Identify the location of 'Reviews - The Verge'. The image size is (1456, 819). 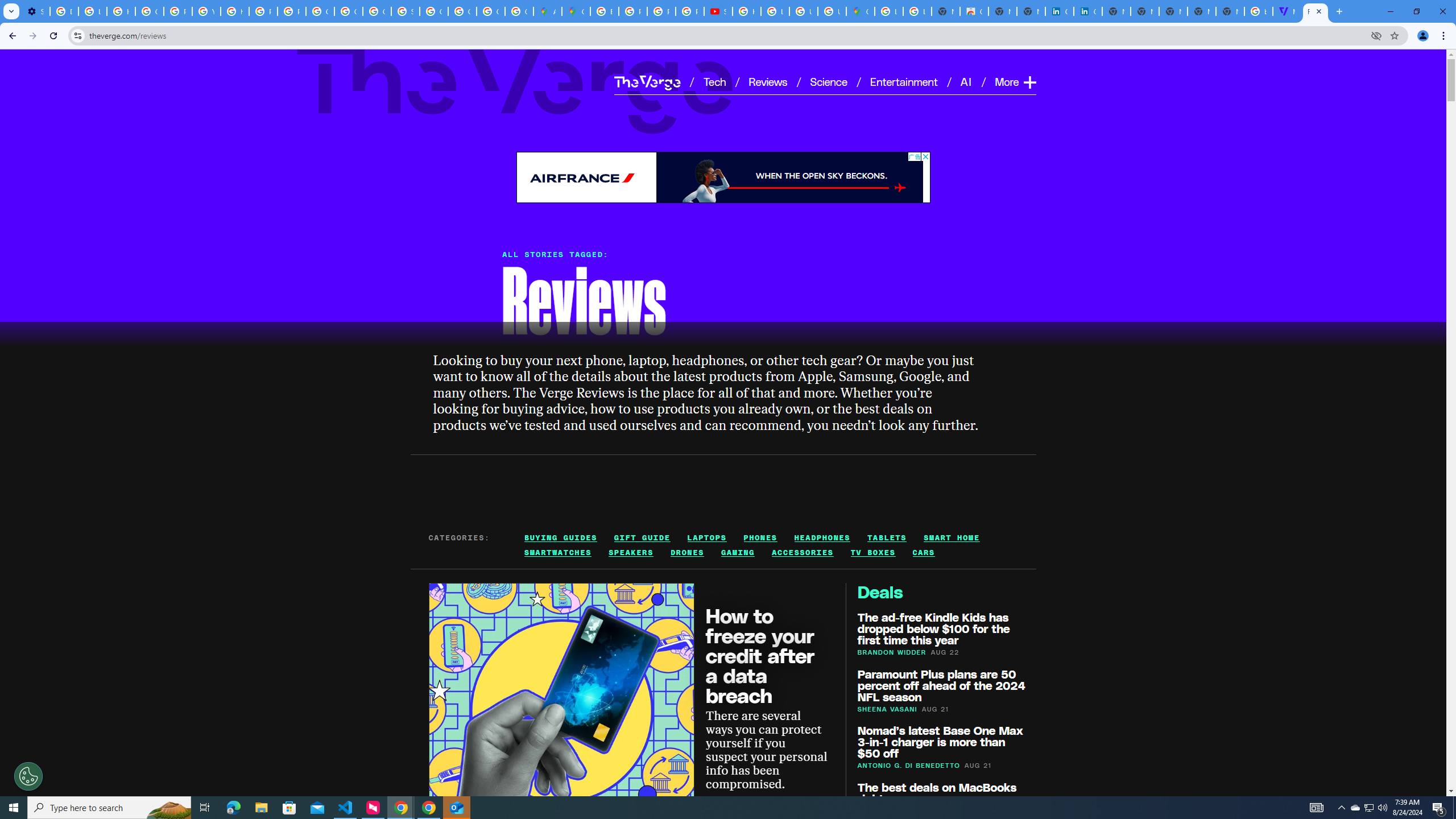
(1314, 11).